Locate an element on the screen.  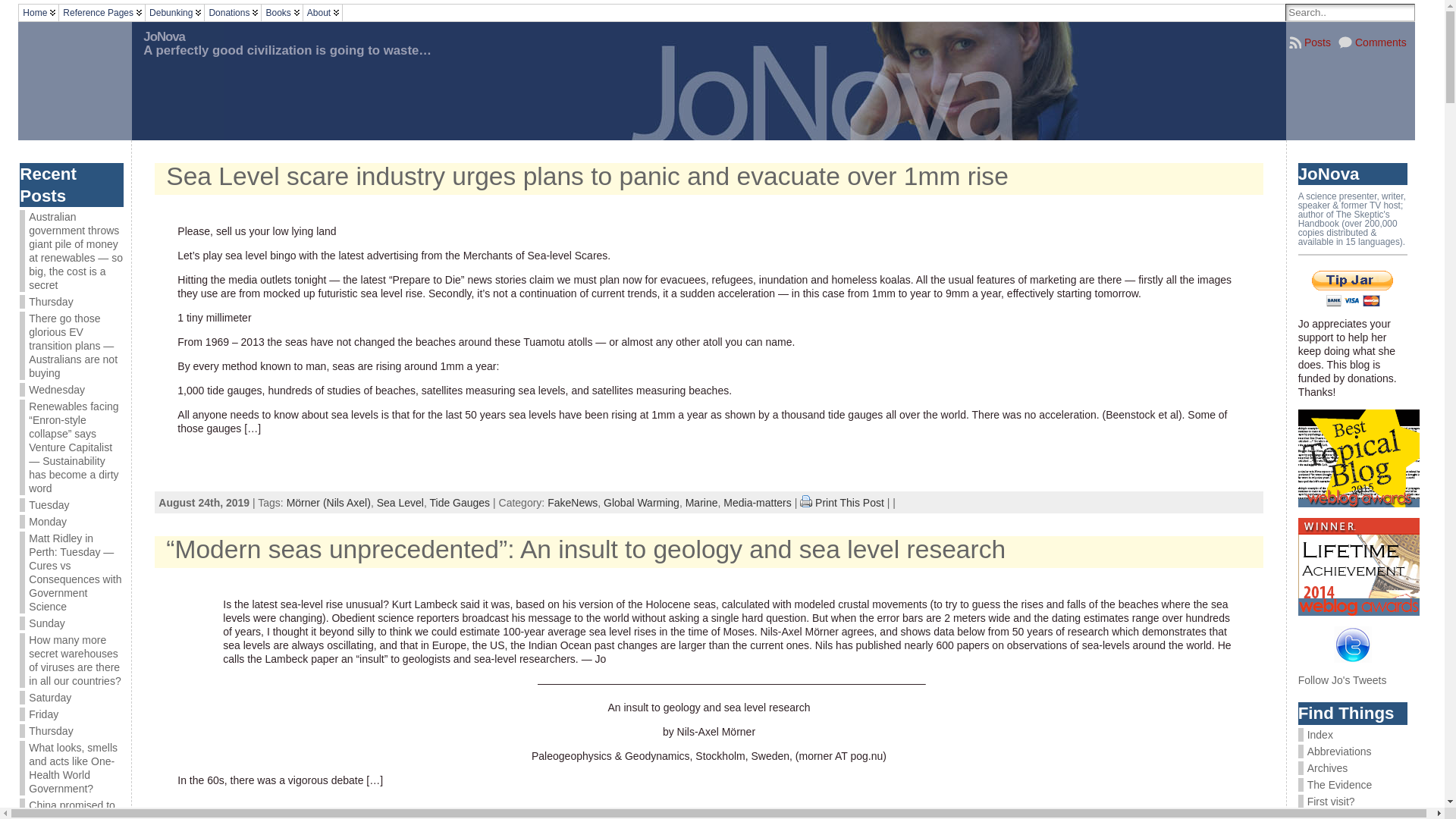
'Sunday' is located at coordinates (46, 623).